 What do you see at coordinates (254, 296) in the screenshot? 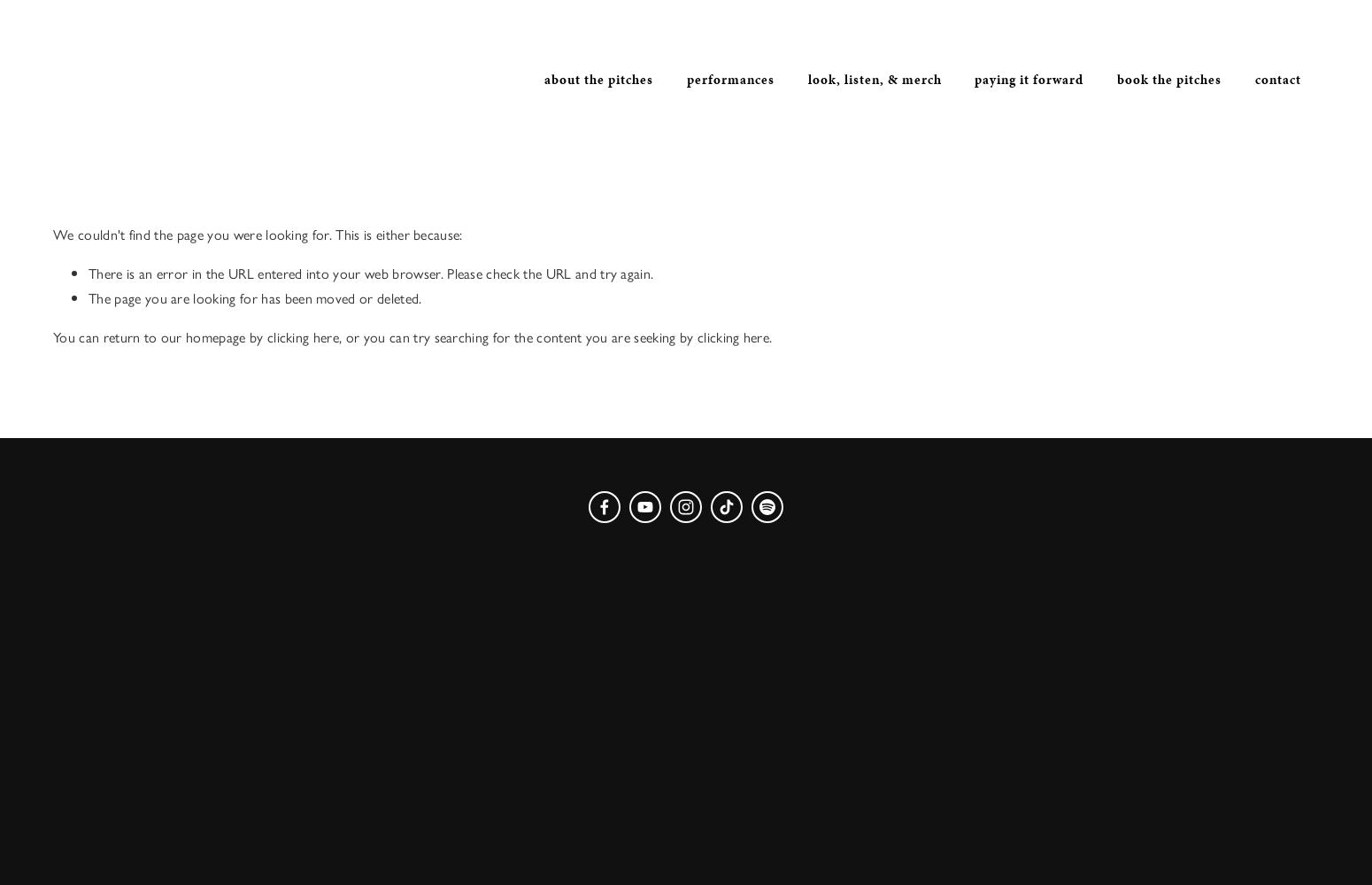
I see `'The page you are looking for has been moved or deleted.'` at bounding box center [254, 296].